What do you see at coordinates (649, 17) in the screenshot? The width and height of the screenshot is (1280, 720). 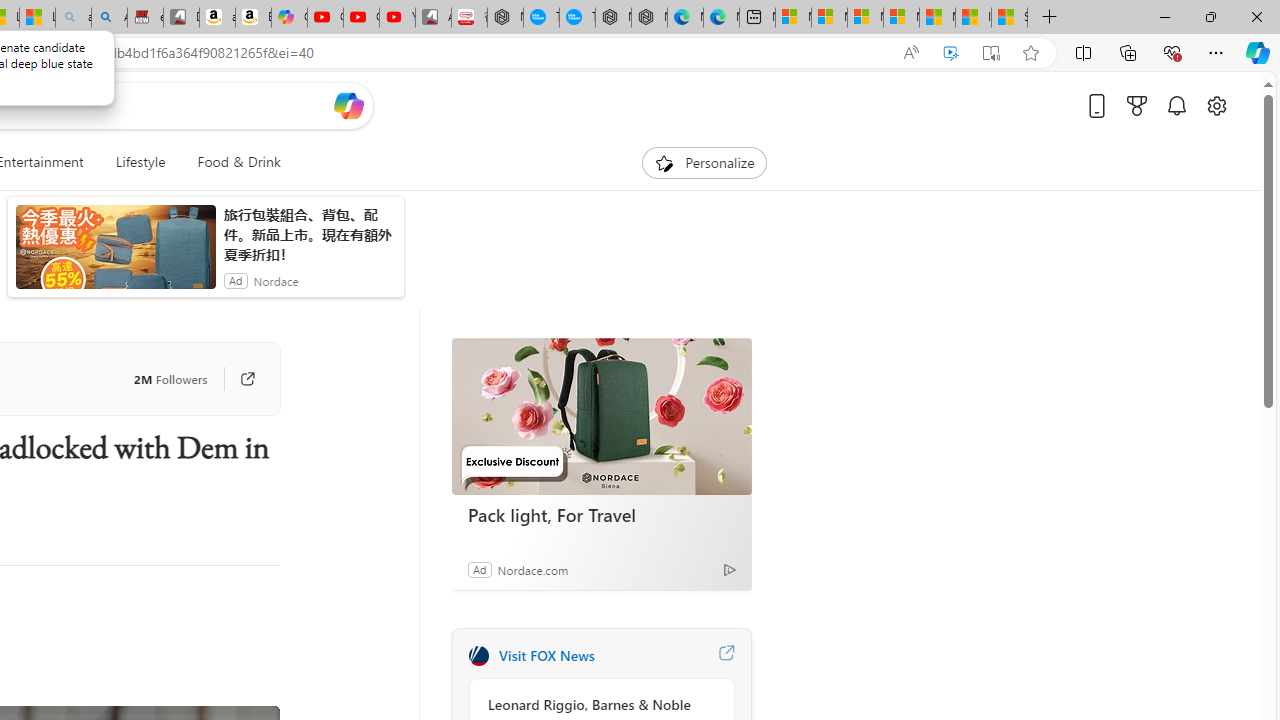 I see `'Nordace - Nordace has arrived Hong Kong'` at bounding box center [649, 17].